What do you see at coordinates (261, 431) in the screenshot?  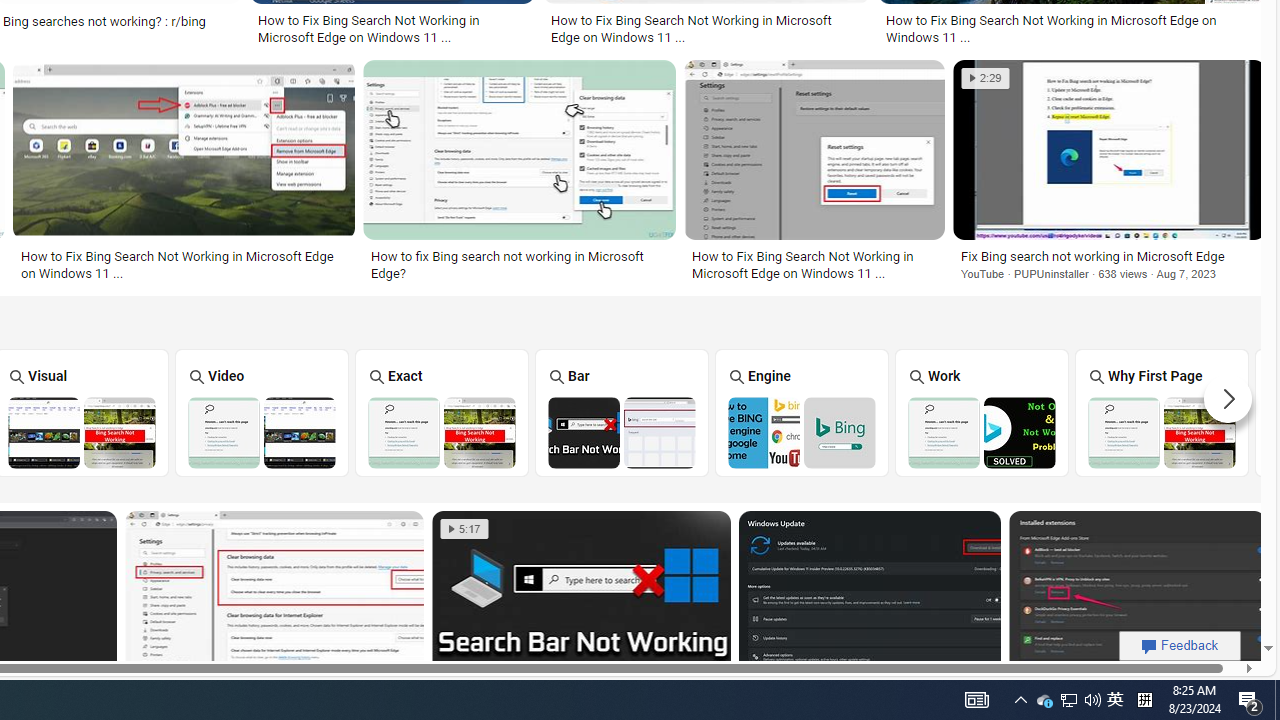 I see `'Bing Video Search Not Working'` at bounding box center [261, 431].